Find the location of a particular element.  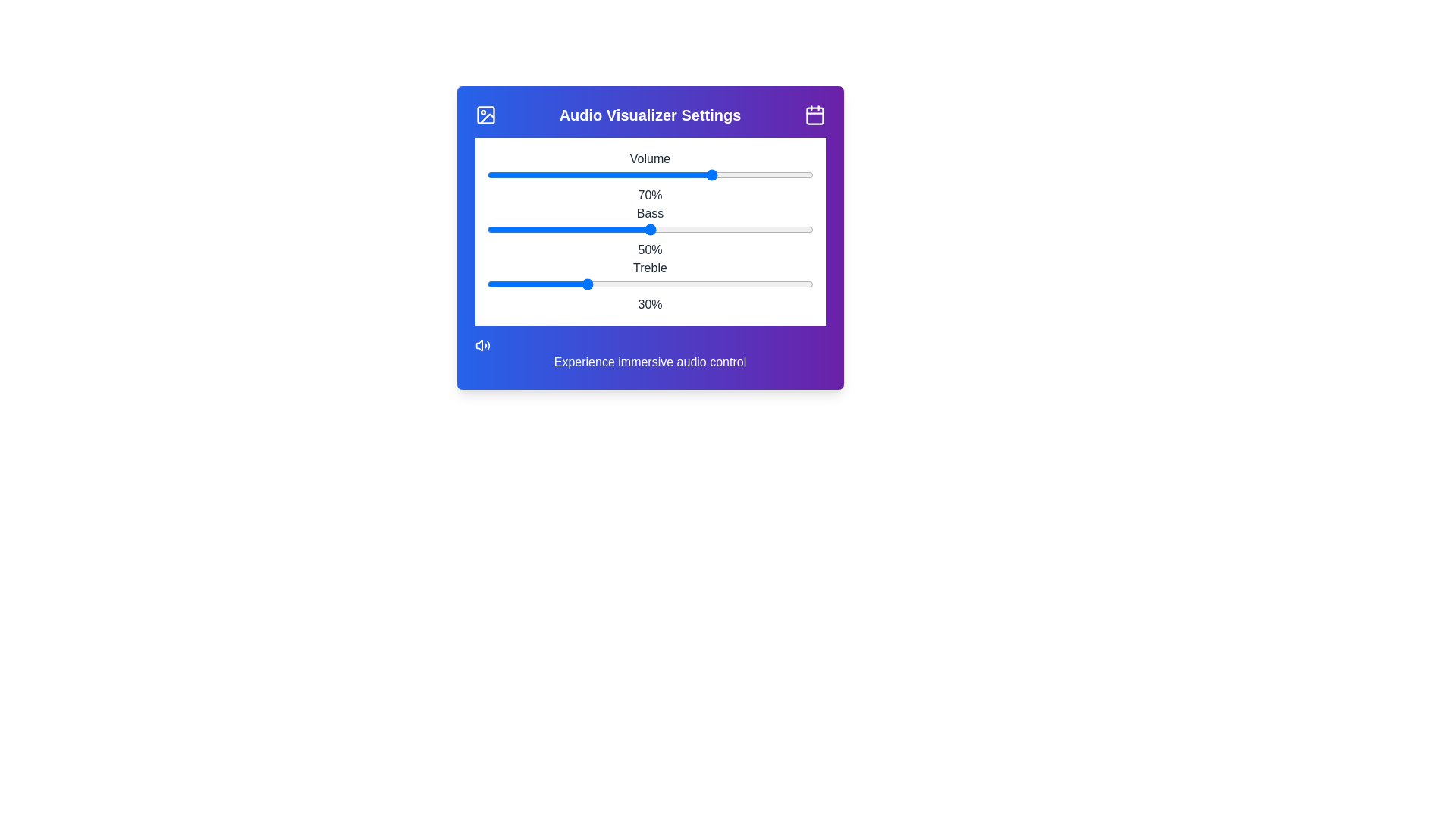

the volume slider to set the volume to 81% is located at coordinates (750, 174).